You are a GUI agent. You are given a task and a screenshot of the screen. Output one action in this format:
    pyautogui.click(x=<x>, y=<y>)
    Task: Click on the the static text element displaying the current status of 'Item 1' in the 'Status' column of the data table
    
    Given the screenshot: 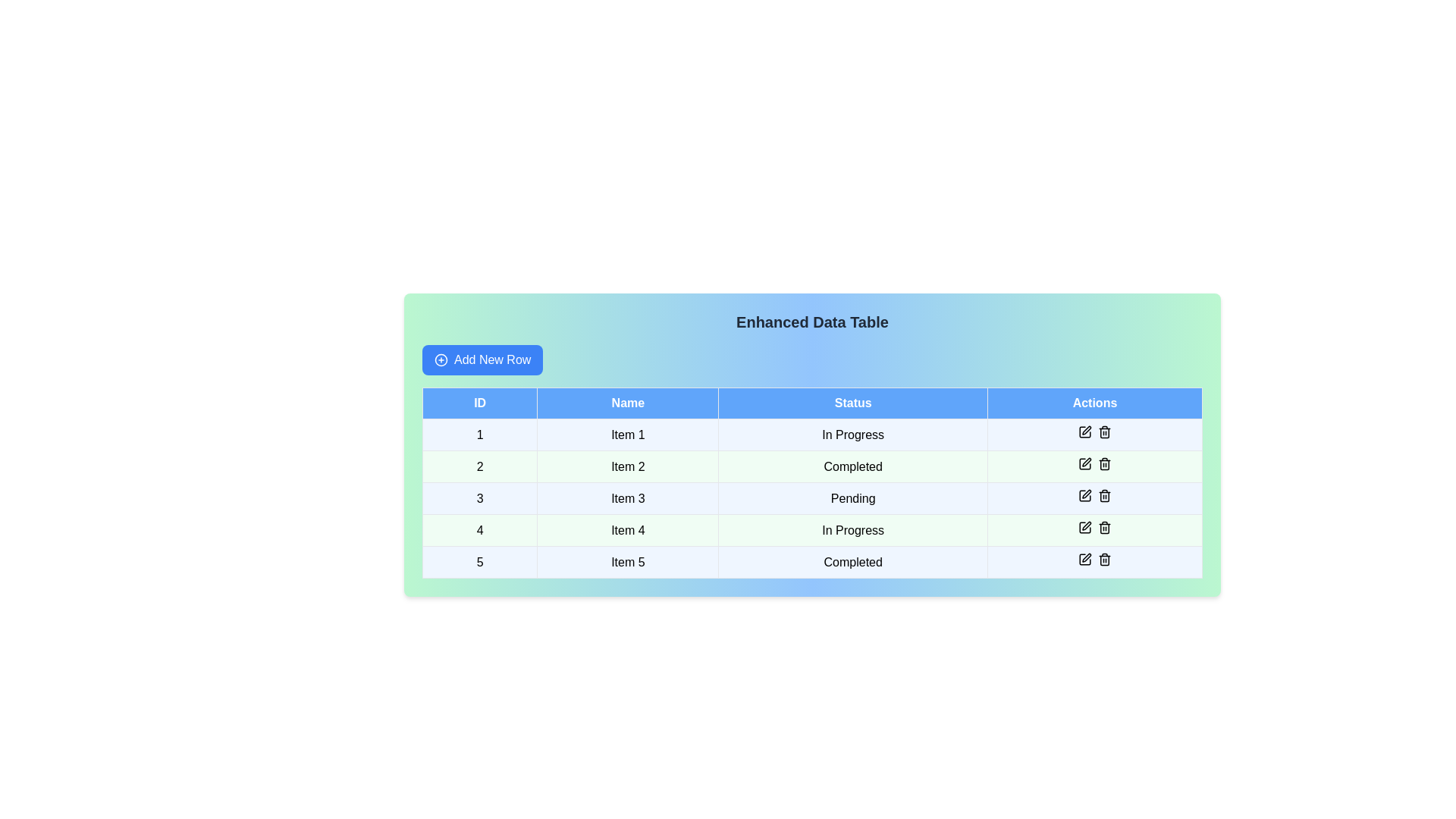 What is the action you would take?
    pyautogui.click(x=853, y=435)
    